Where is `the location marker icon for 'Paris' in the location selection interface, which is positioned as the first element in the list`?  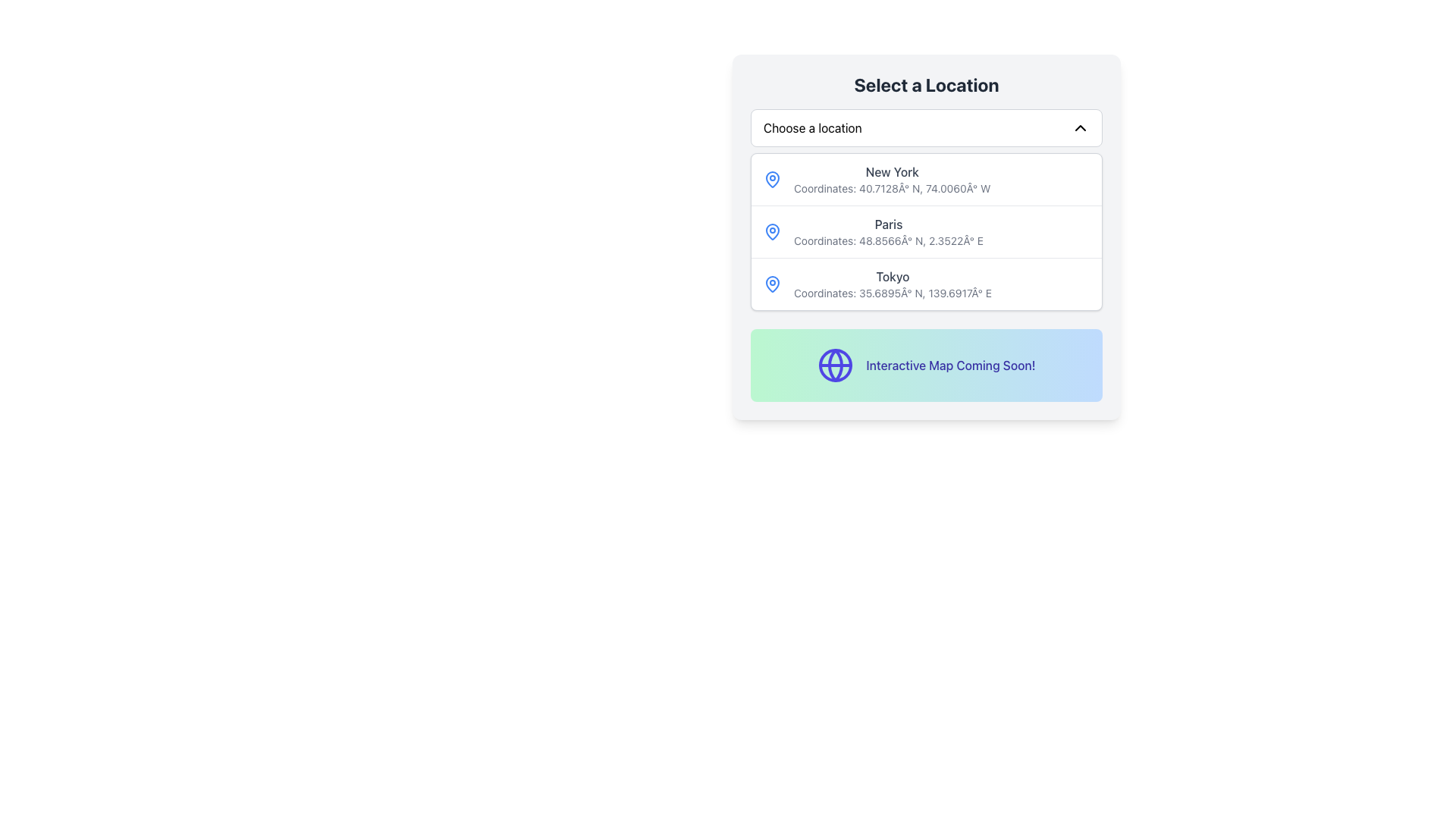 the location marker icon for 'Paris' in the location selection interface, which is positioned as the first element in the list is located at coordinates (772, 231).